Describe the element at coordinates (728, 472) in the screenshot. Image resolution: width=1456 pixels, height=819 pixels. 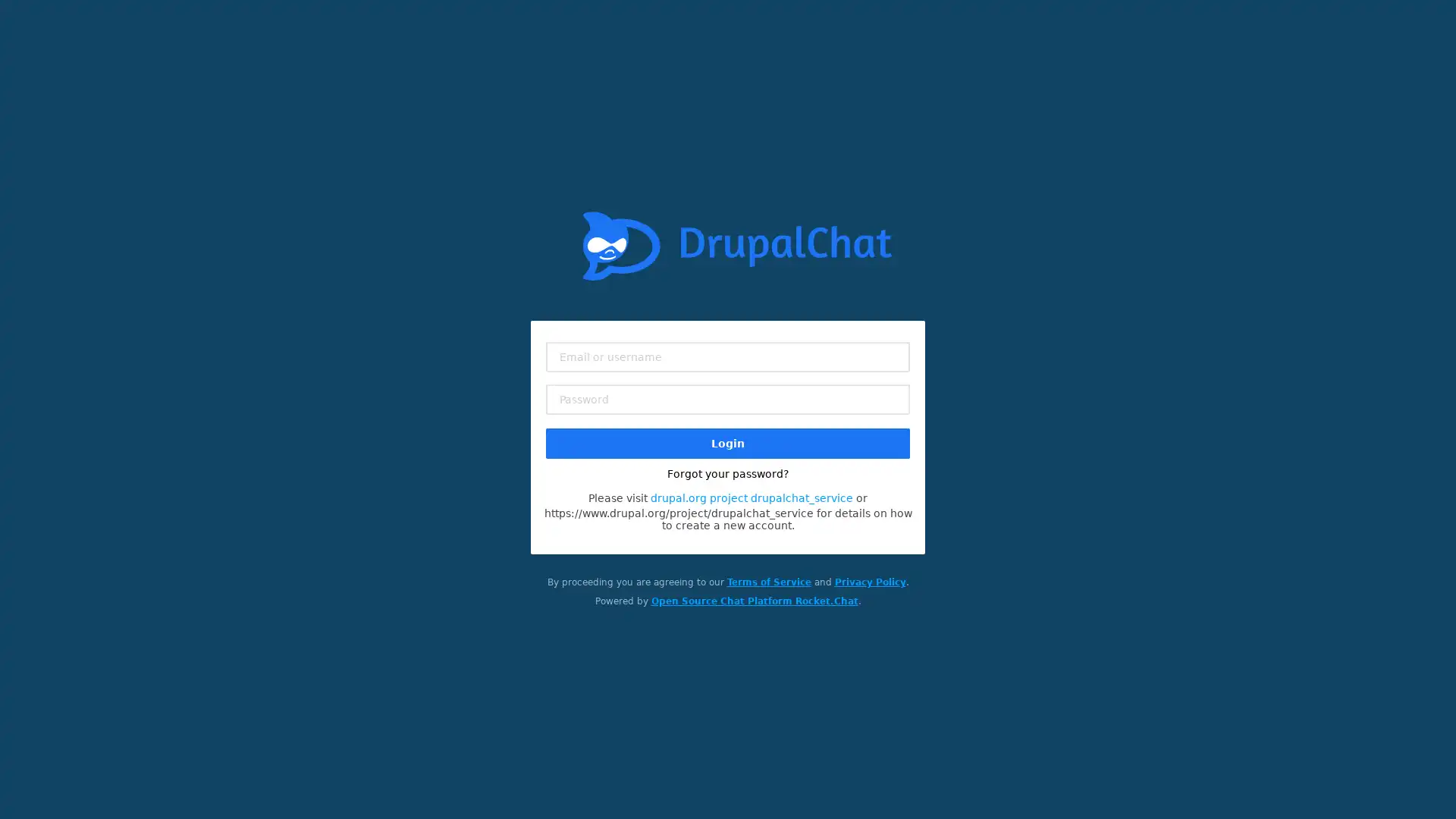
I see `Forgot your password?` at that location.